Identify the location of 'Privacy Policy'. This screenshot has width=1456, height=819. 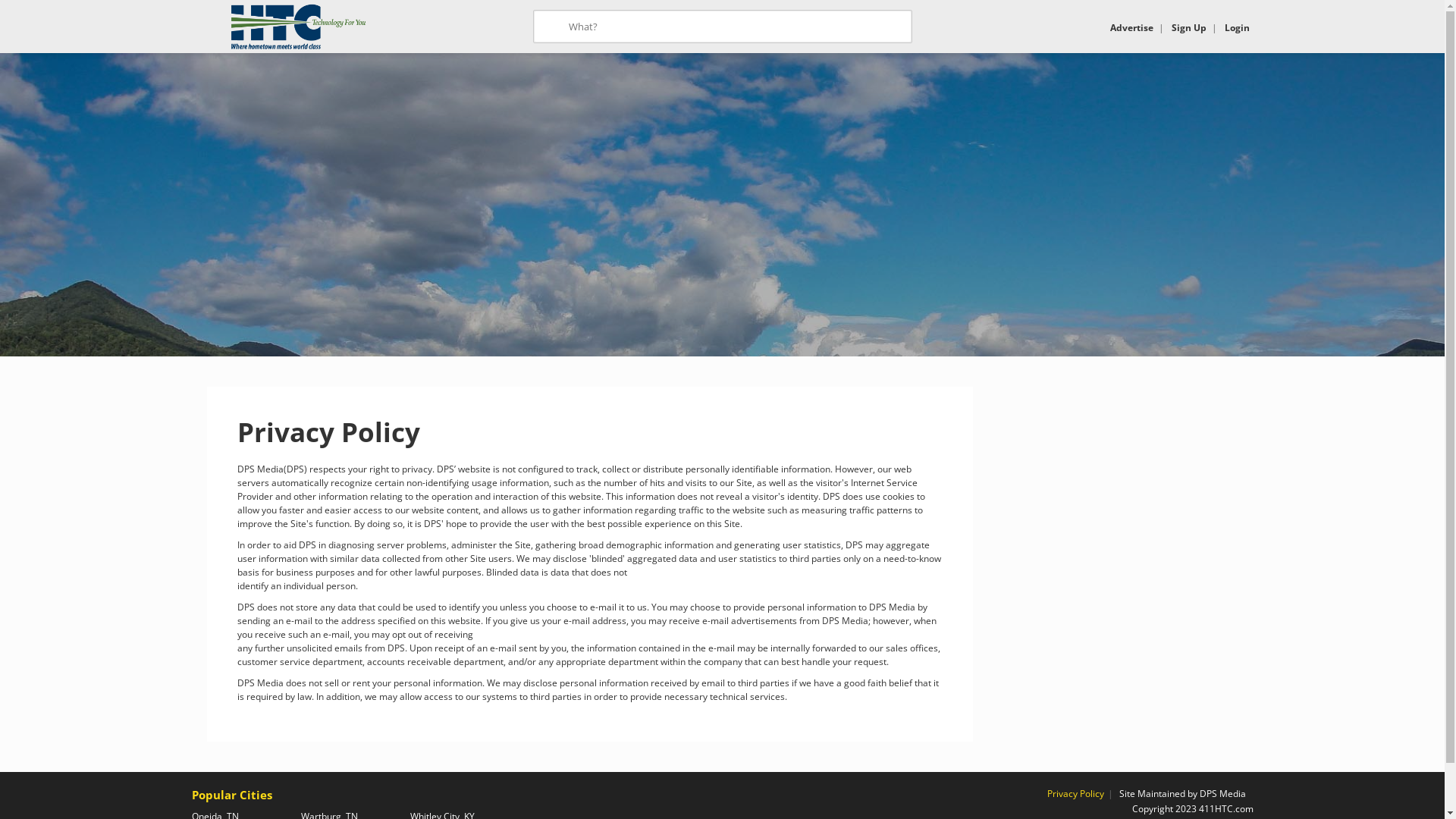
(1074, 792).